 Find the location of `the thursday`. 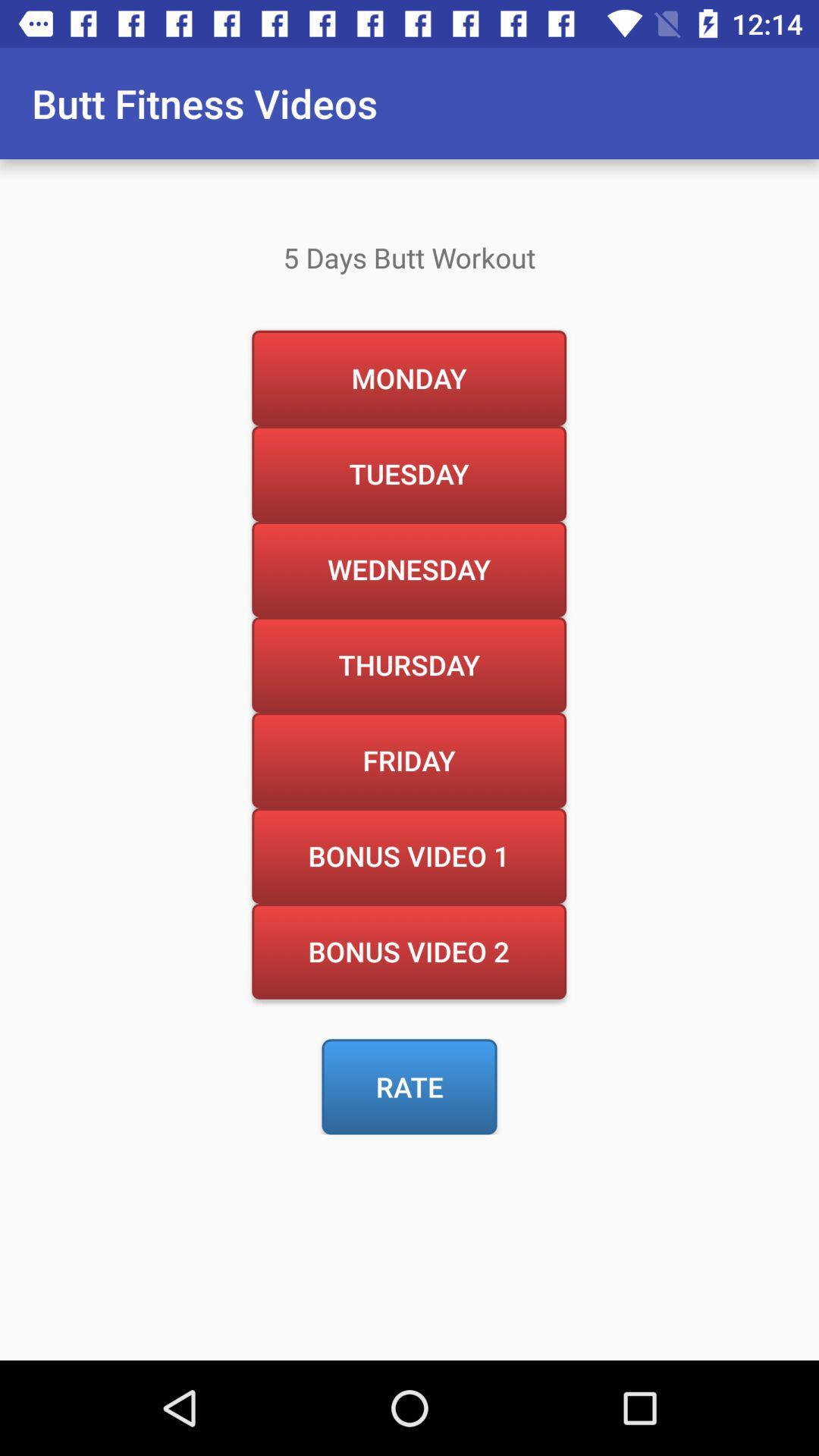

the thursday is located at coordinates (408, 664).